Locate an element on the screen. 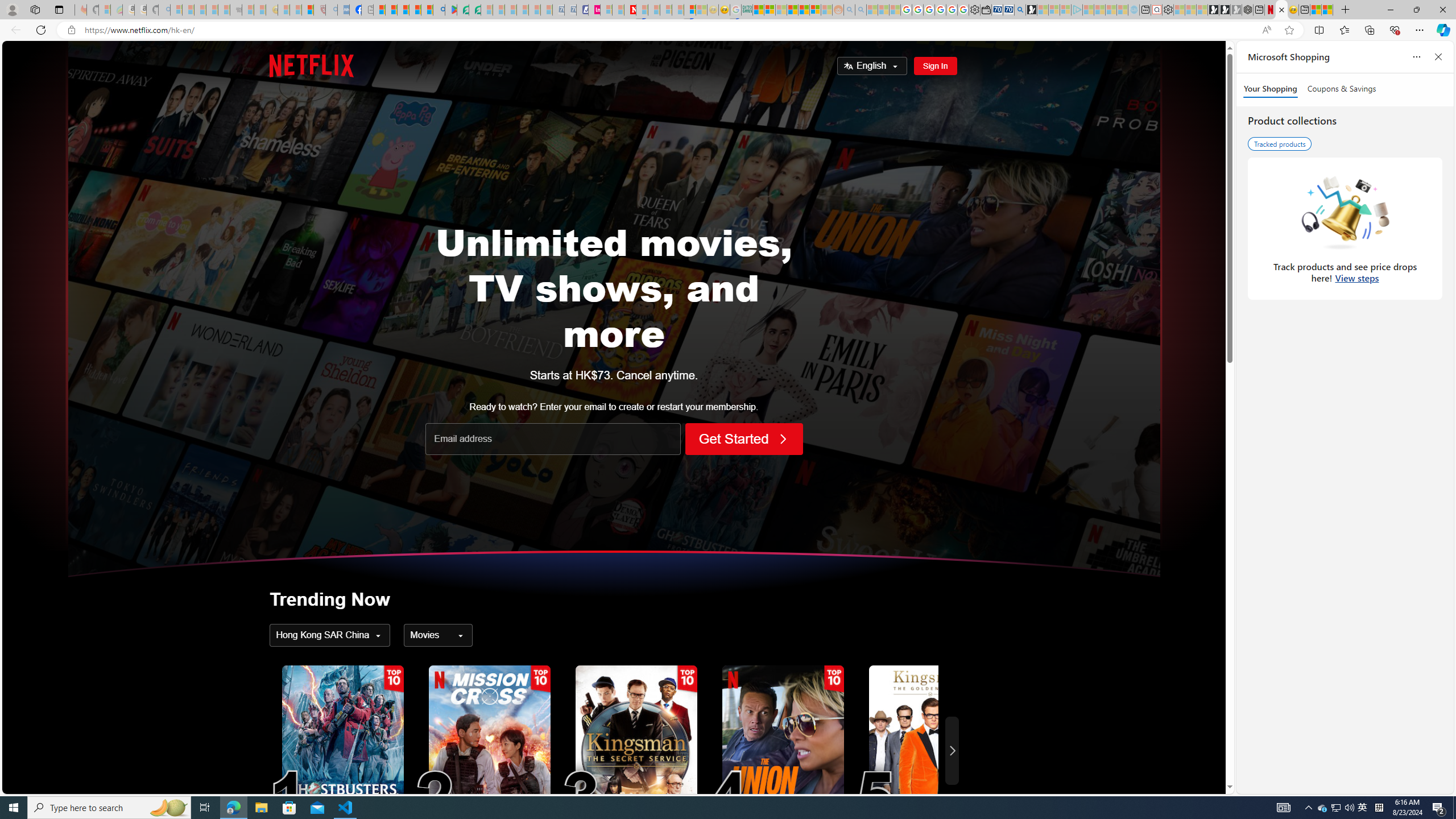 The width and height of the screenshot is (1456, 819). 'Terms of Use Agreement' is located at coordinates (463, 9).